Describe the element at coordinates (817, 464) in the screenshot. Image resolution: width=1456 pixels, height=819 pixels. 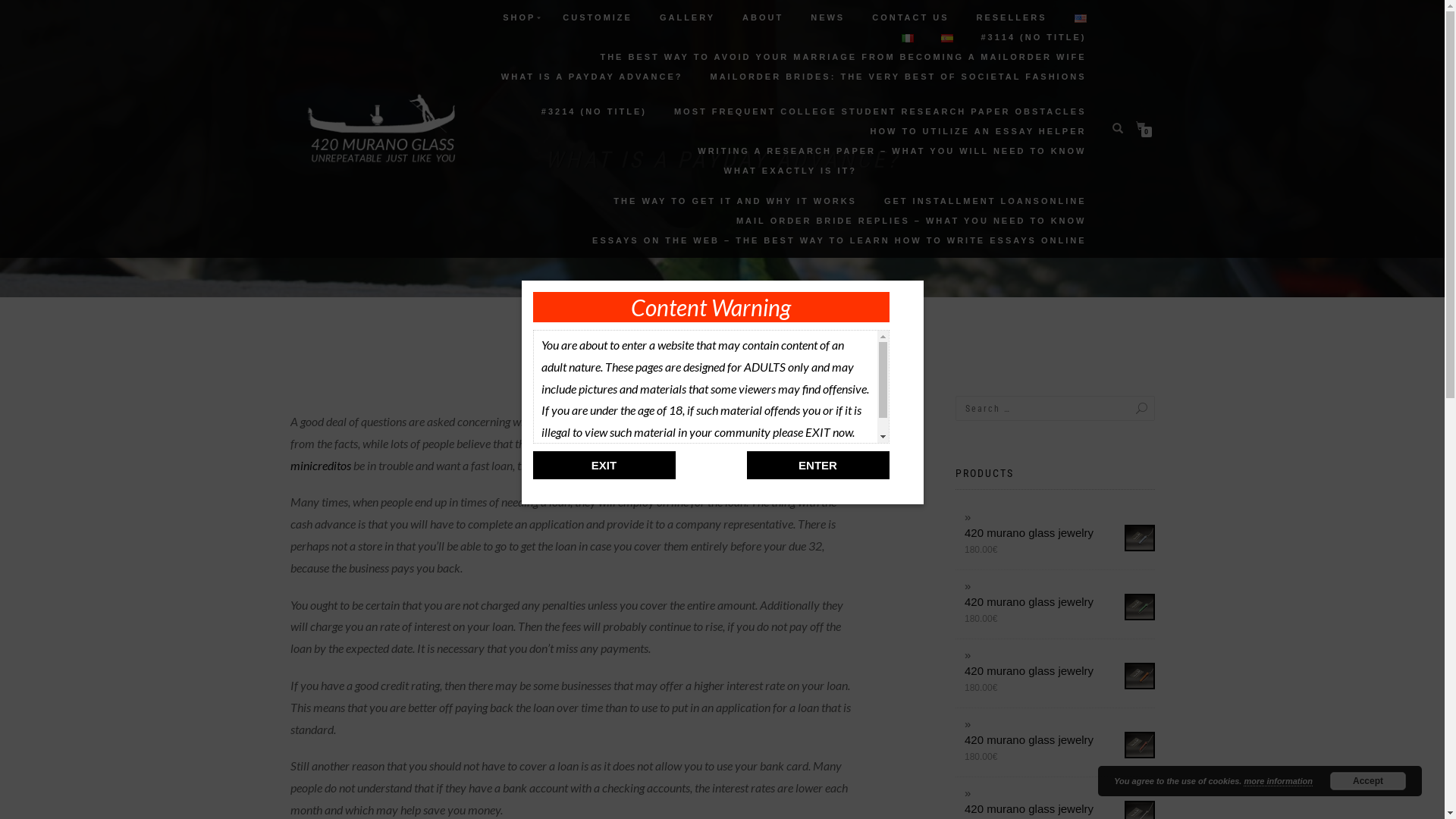
I see `'ENTER'` at that location.